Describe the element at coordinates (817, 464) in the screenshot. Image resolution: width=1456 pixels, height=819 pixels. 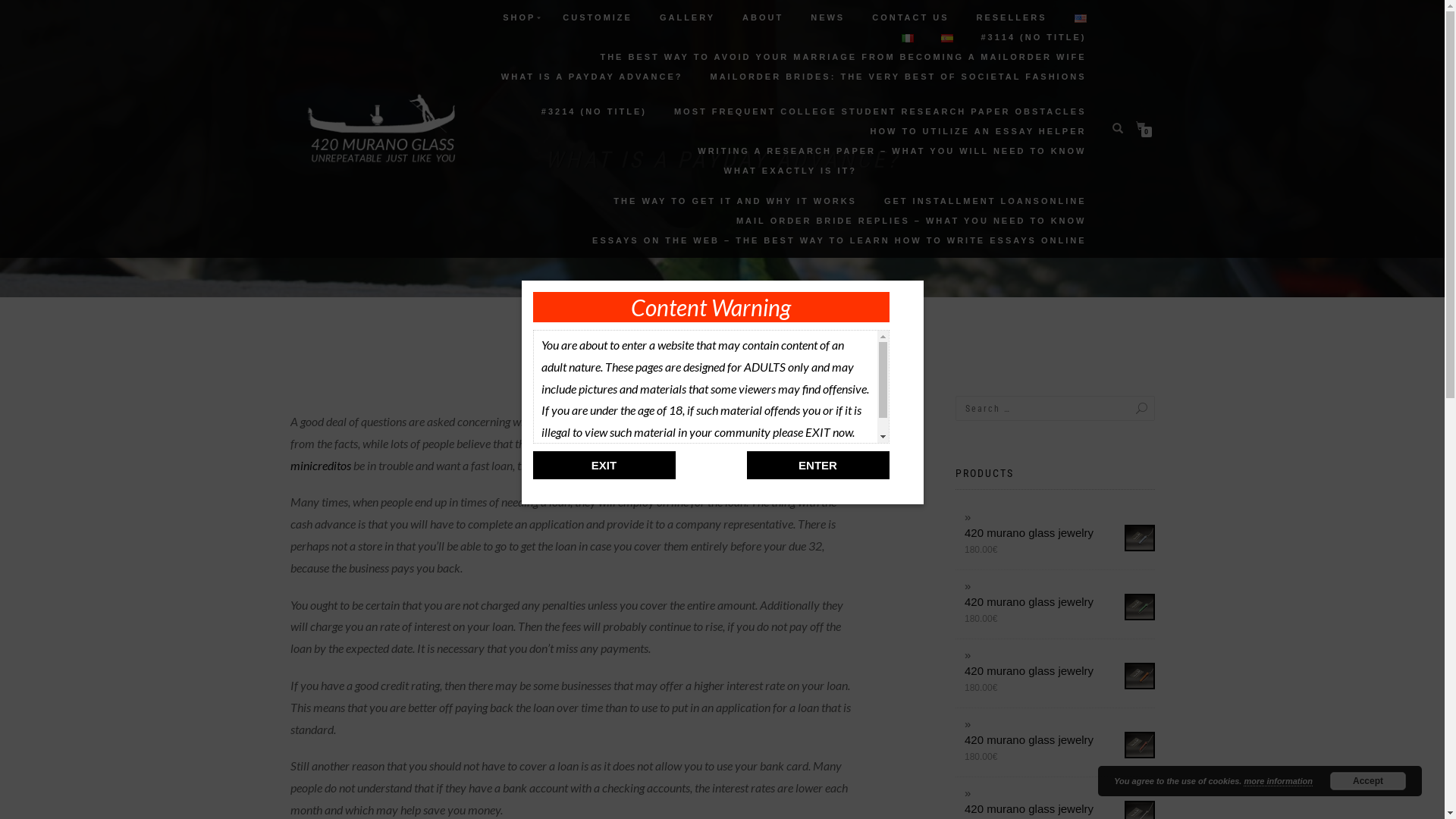
I see `'ENTER'` at that location.